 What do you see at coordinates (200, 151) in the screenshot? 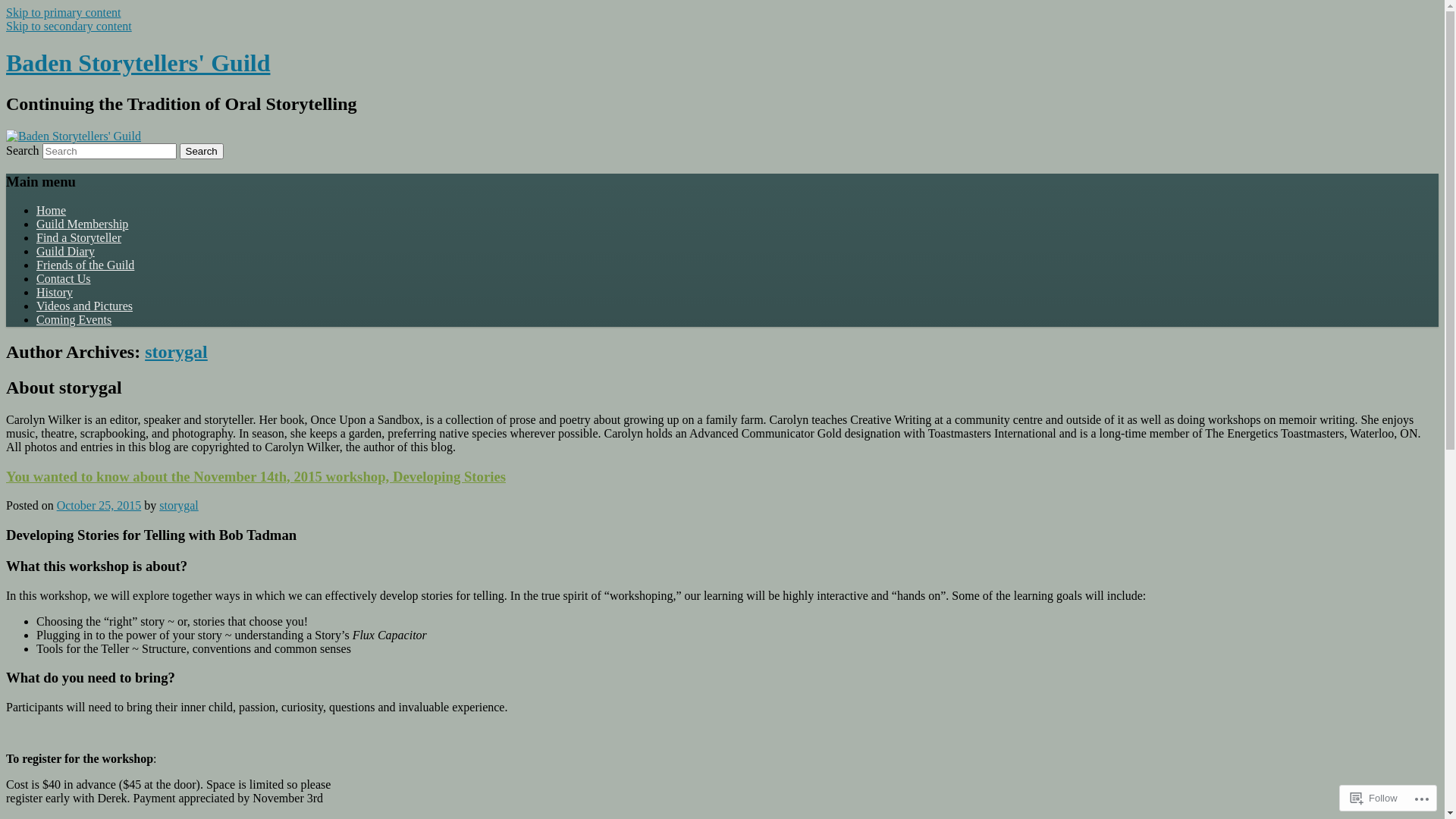
I see `'Search'` at bounding box center [200, 151].